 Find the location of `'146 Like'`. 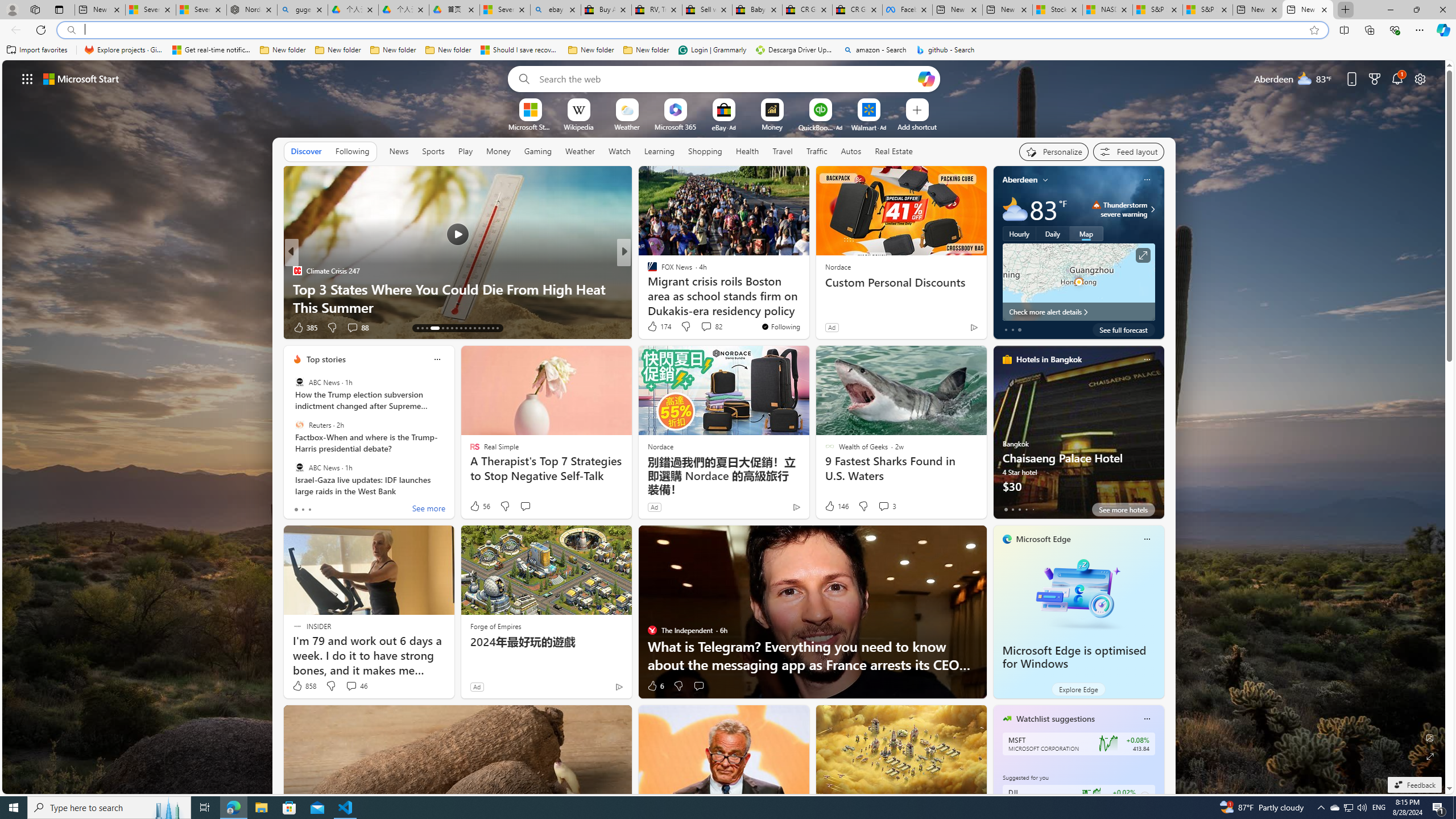

'146 Like' is located at coordinates (835, 505).